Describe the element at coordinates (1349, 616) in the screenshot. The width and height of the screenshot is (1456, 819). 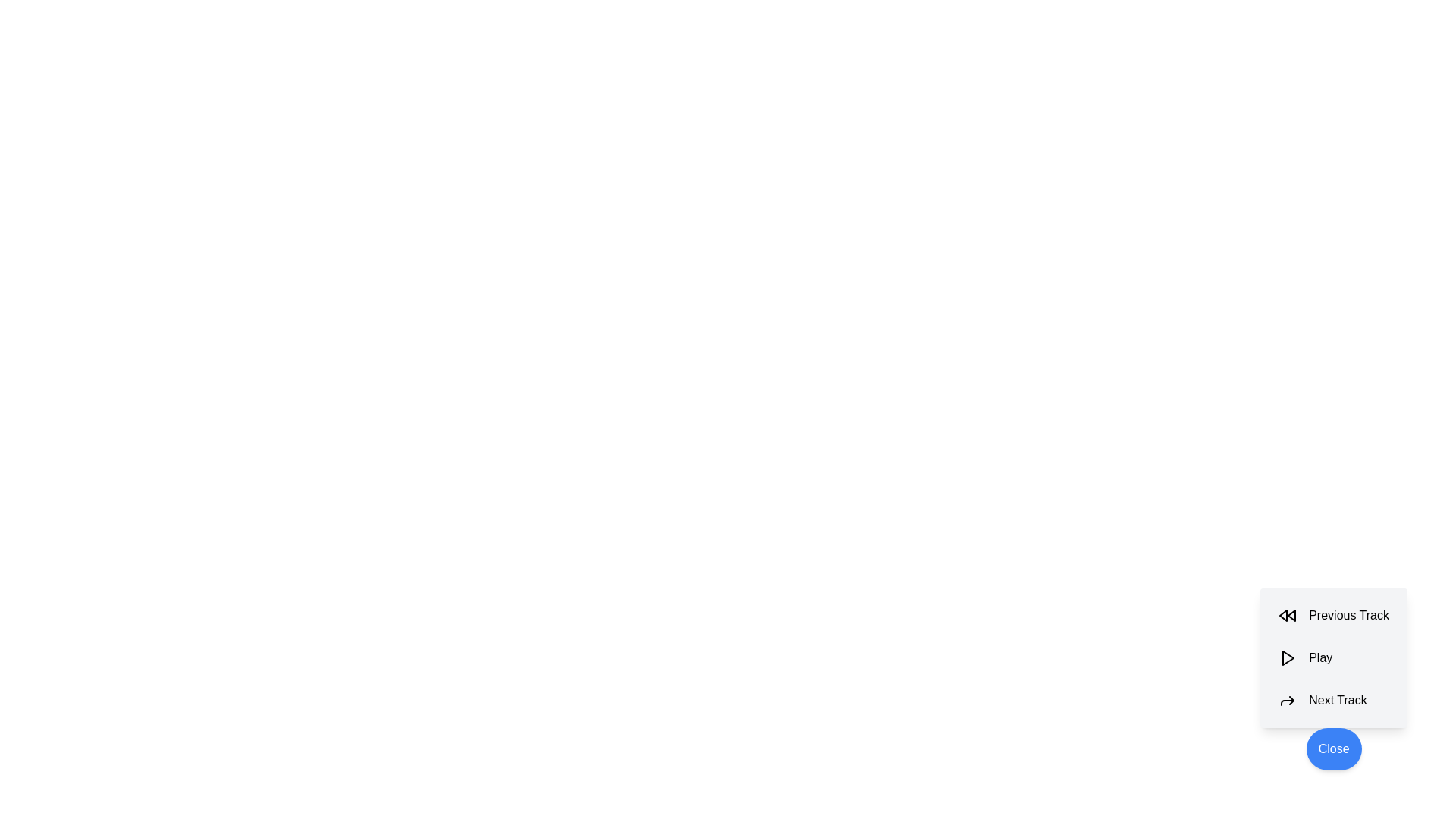
I see `the 'Previous Track' text label, which is styled with a simple, readable font and positioned adjacent to a rewind icon within a vertically aligned menu of playback controls` at that location.